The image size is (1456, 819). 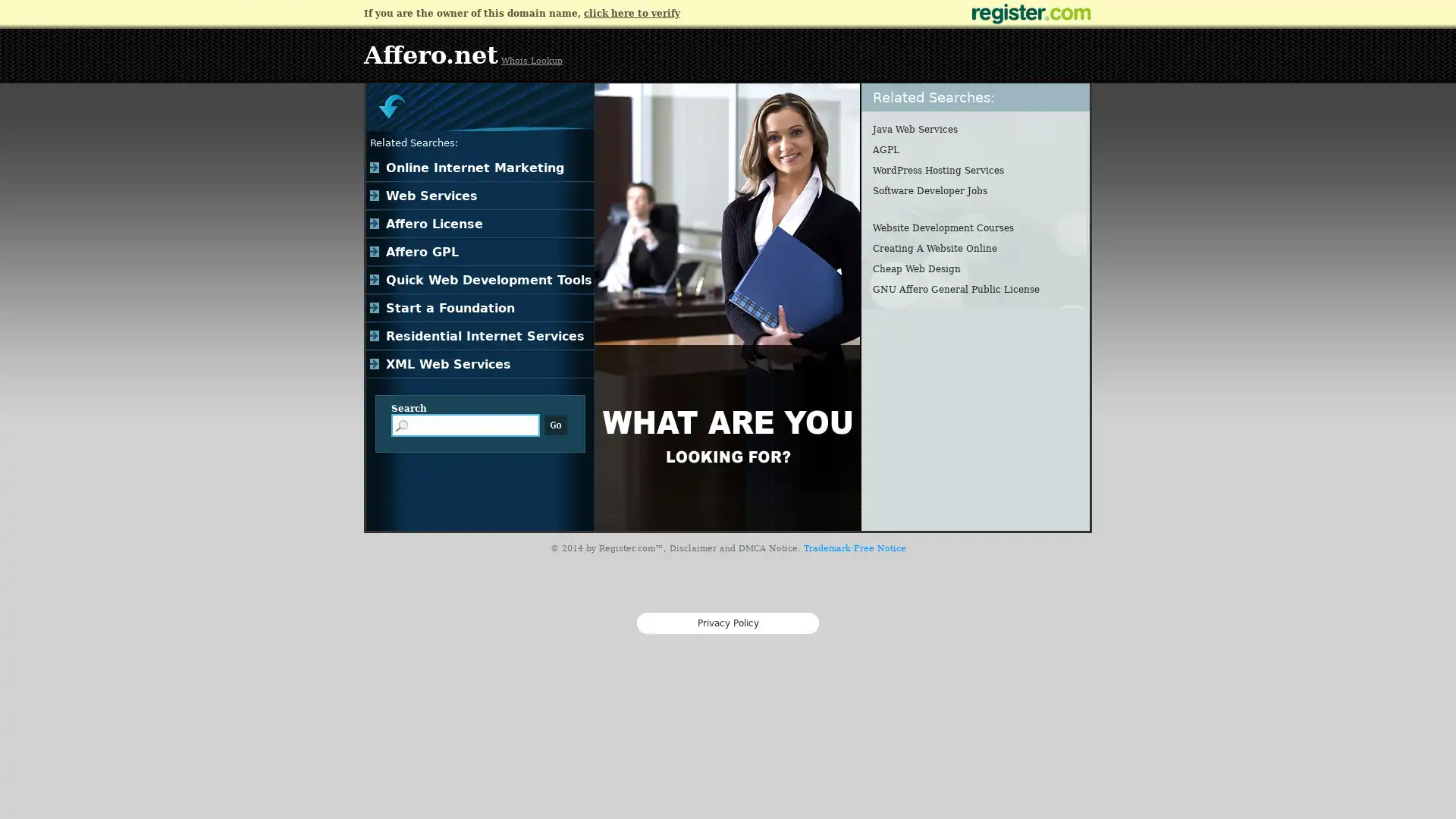 What do you see at coordinates (555, 425) in the screenshot?
I see `Go` at bounding box center [555, 425].